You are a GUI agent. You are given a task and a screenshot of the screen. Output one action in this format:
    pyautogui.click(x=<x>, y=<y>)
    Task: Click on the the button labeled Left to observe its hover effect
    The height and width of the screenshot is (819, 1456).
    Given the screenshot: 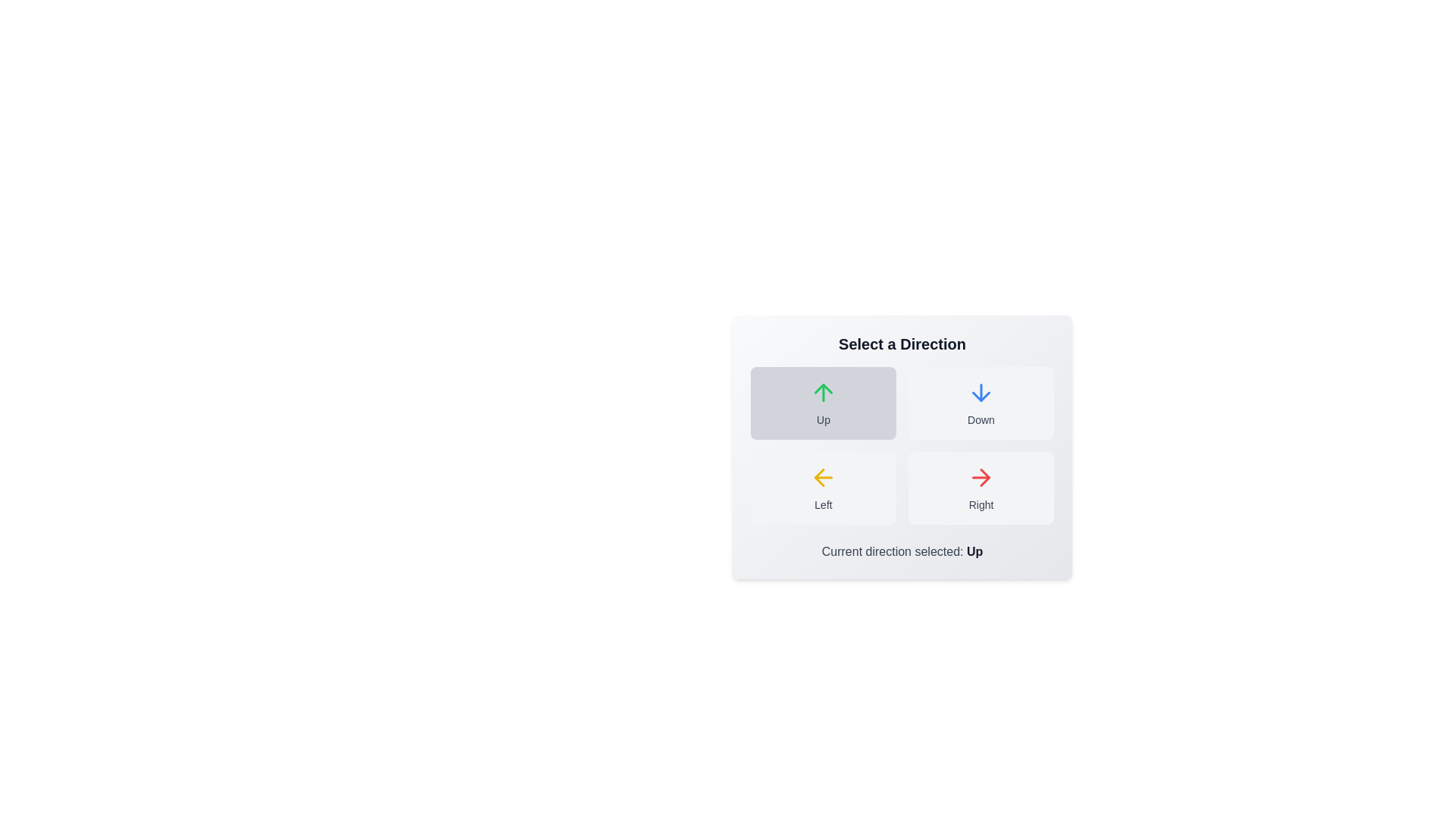 What is the action you would take?
    pyautogui.click(x=822, y=488)
    